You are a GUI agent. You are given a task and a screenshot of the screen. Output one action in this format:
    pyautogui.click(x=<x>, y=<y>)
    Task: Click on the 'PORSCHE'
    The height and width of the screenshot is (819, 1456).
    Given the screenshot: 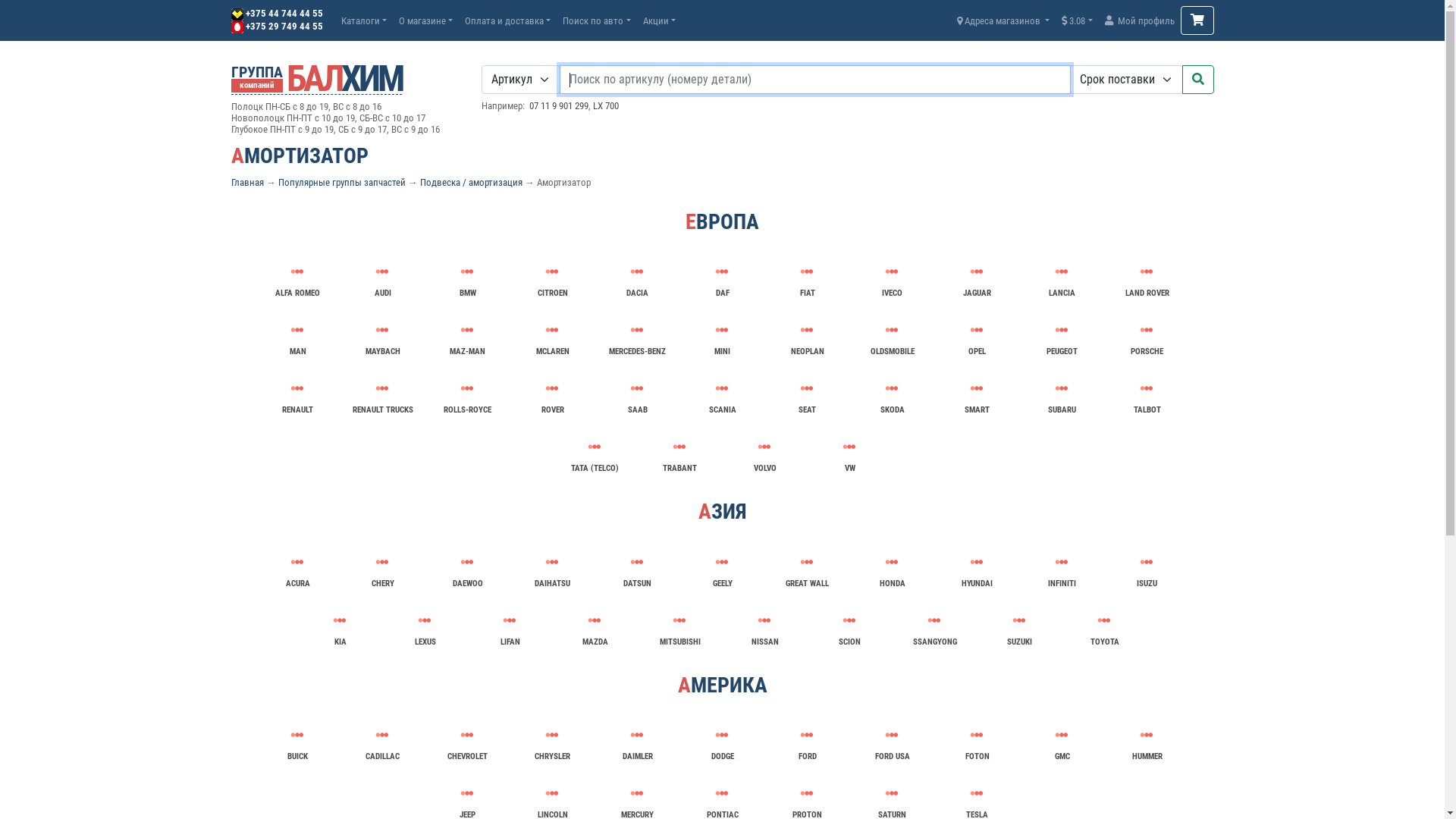 What is the action you would take?
    pyautogui.click(x=1147, y=329)
    